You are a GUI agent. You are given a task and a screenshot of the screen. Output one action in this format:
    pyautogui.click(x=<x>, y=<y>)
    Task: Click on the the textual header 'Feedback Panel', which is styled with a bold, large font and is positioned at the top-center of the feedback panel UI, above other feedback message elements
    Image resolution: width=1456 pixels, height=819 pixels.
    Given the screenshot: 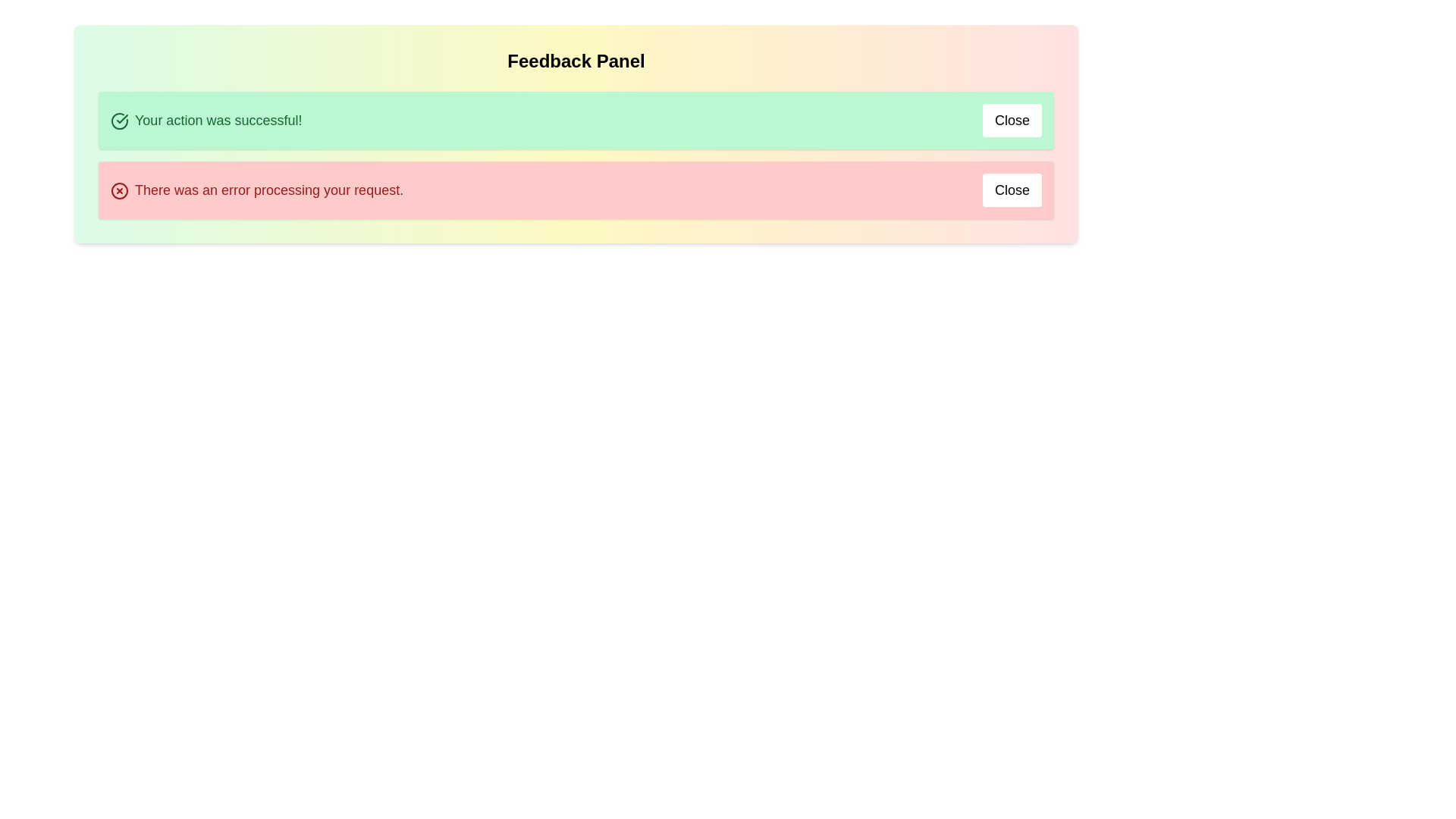 What is the action you would take?
    pyautogui.click(x=575, y=61)
    